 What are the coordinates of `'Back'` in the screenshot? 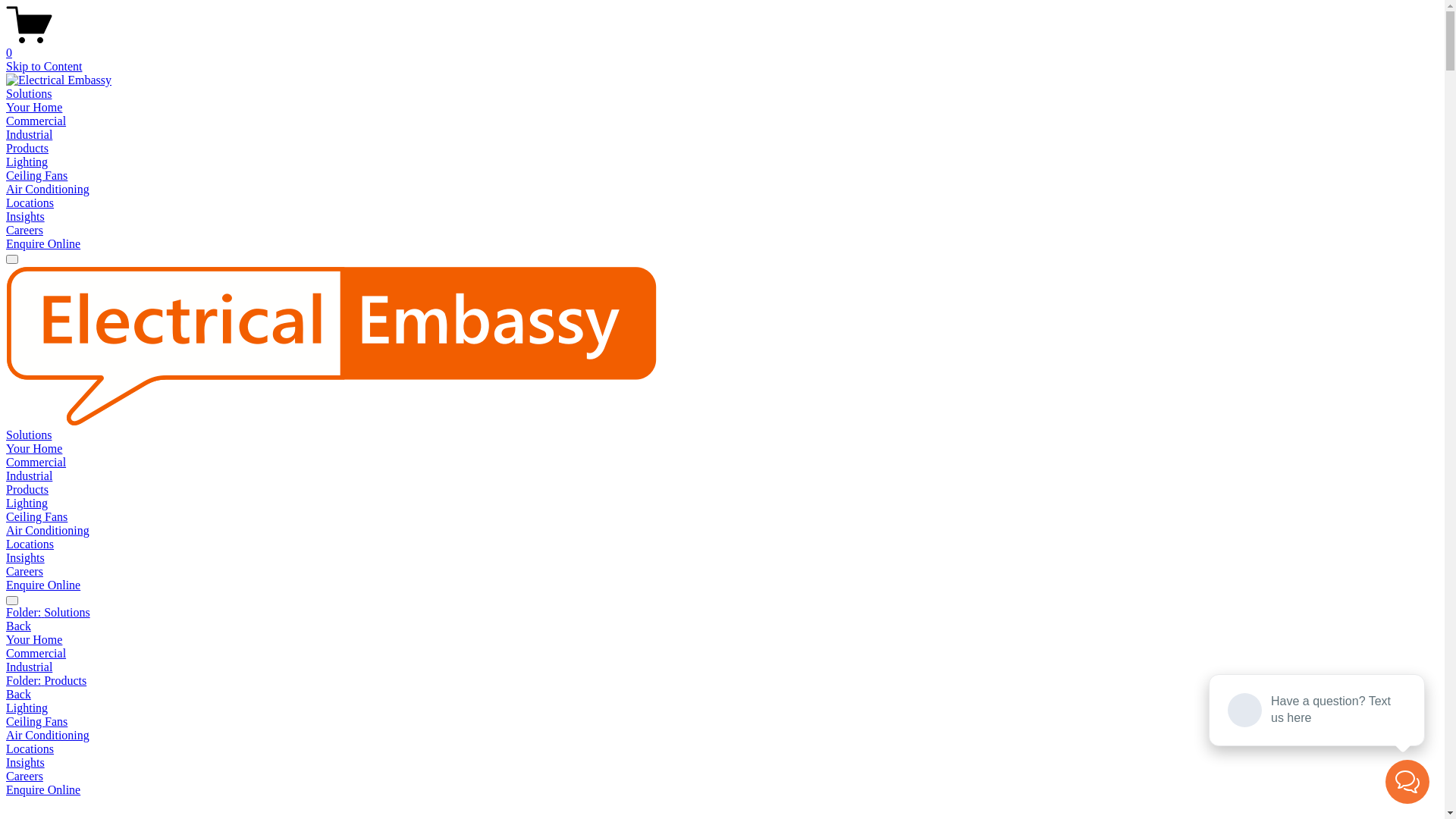 It's located at (18, 626).